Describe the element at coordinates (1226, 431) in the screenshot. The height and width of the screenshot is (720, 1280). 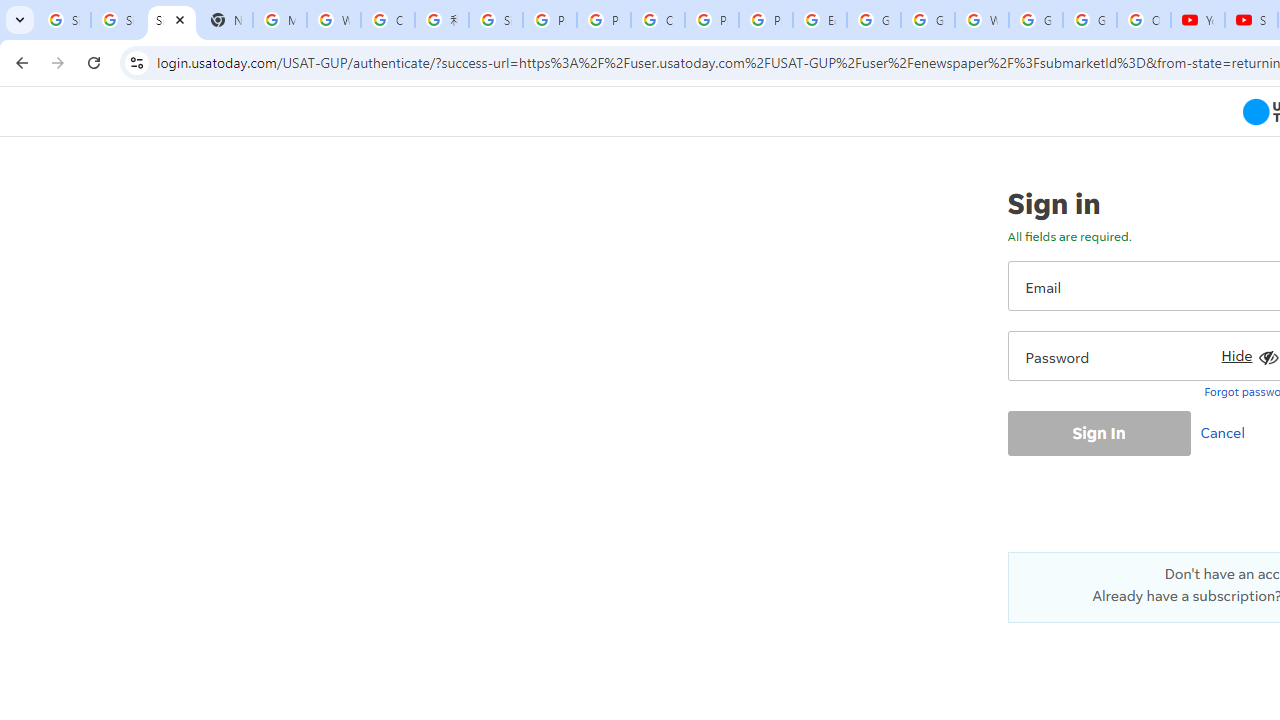
I see `'Cancel'` at that location.